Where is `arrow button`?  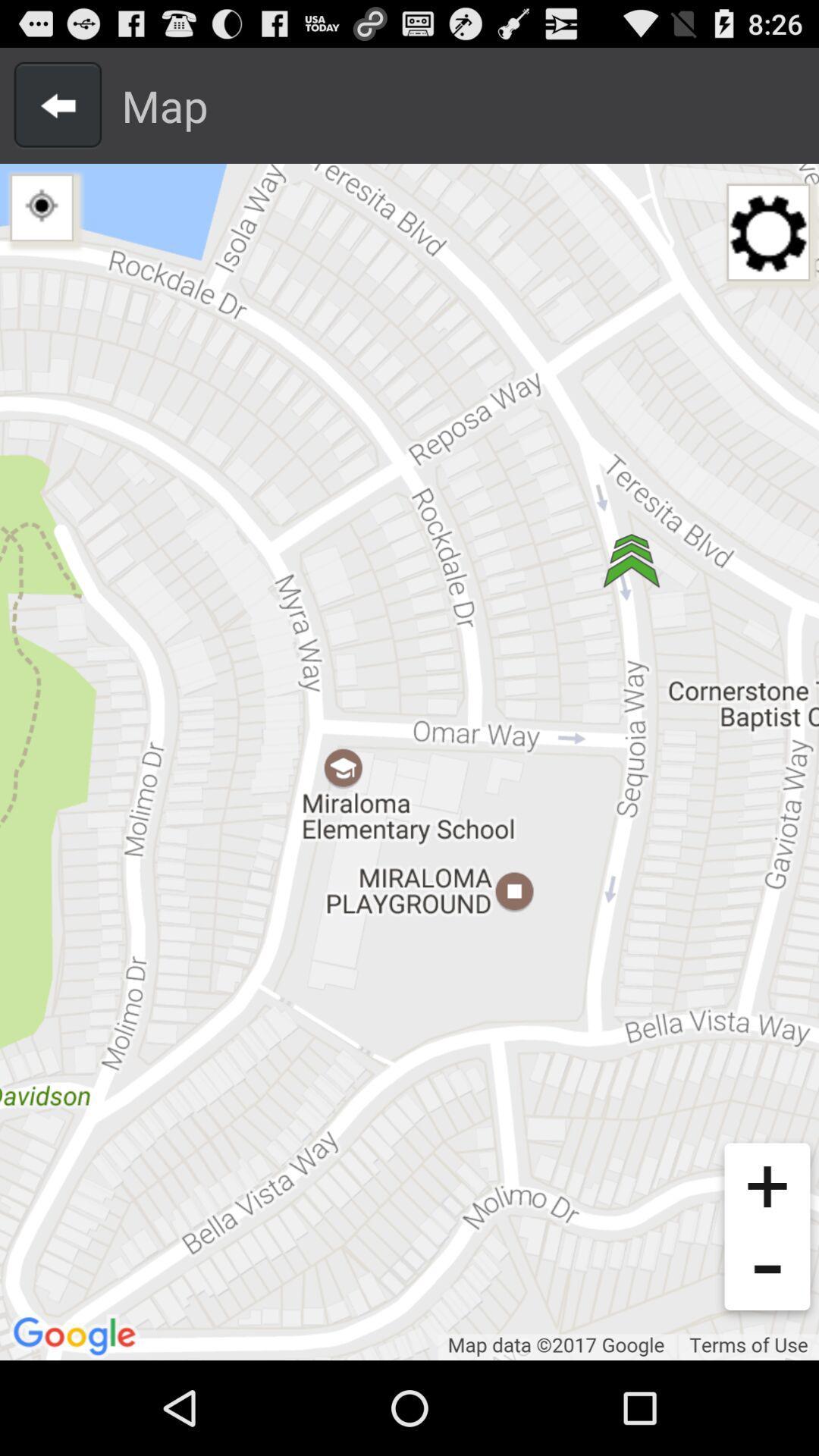
arrow button is located at coordinates (57, 105).